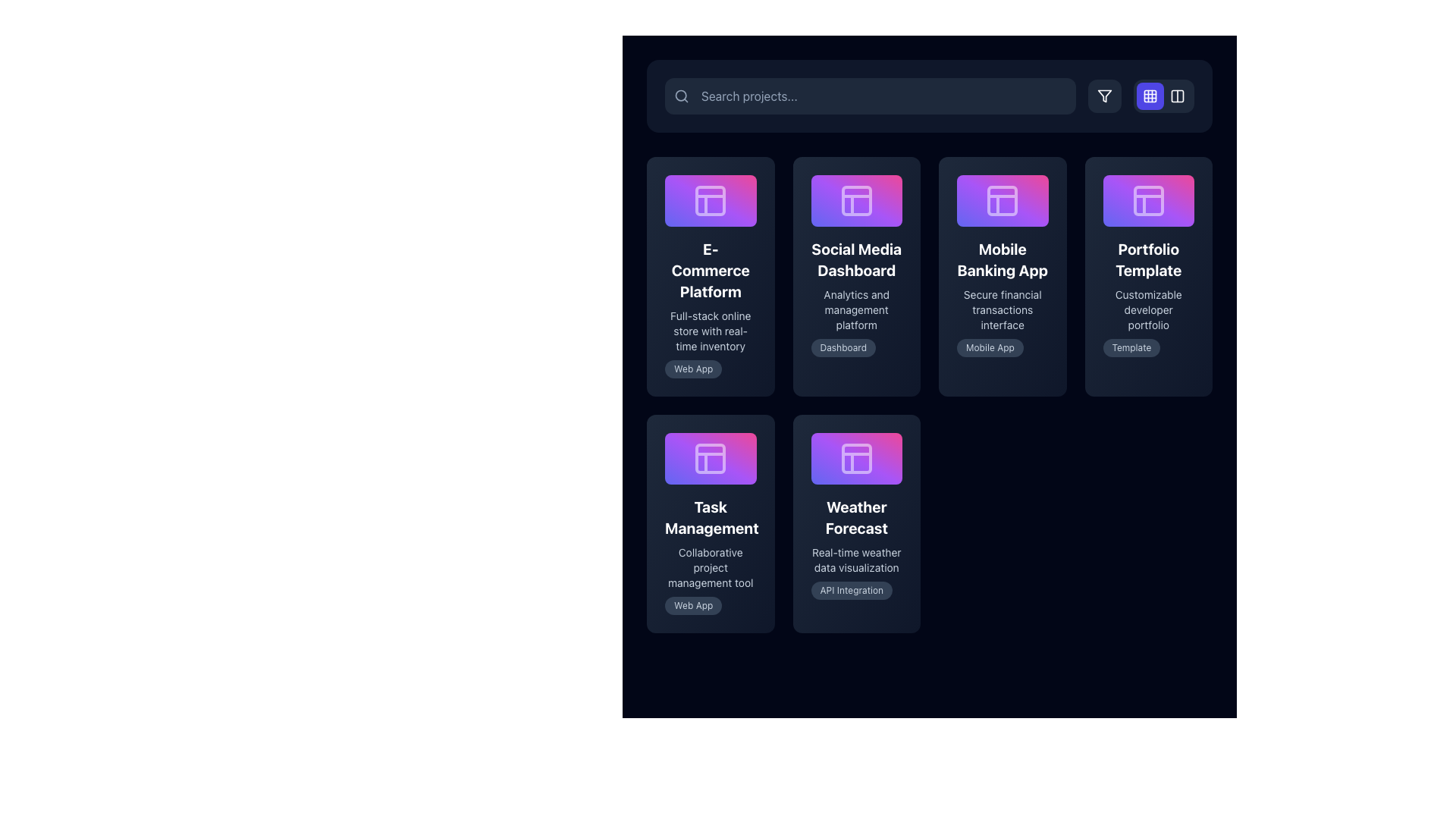  What do you see at coordinates (1105, 96) in the screenshot?
I see `the graphic funnel-shaped icon in the navigation bar` at bounding box center [1105, 96].